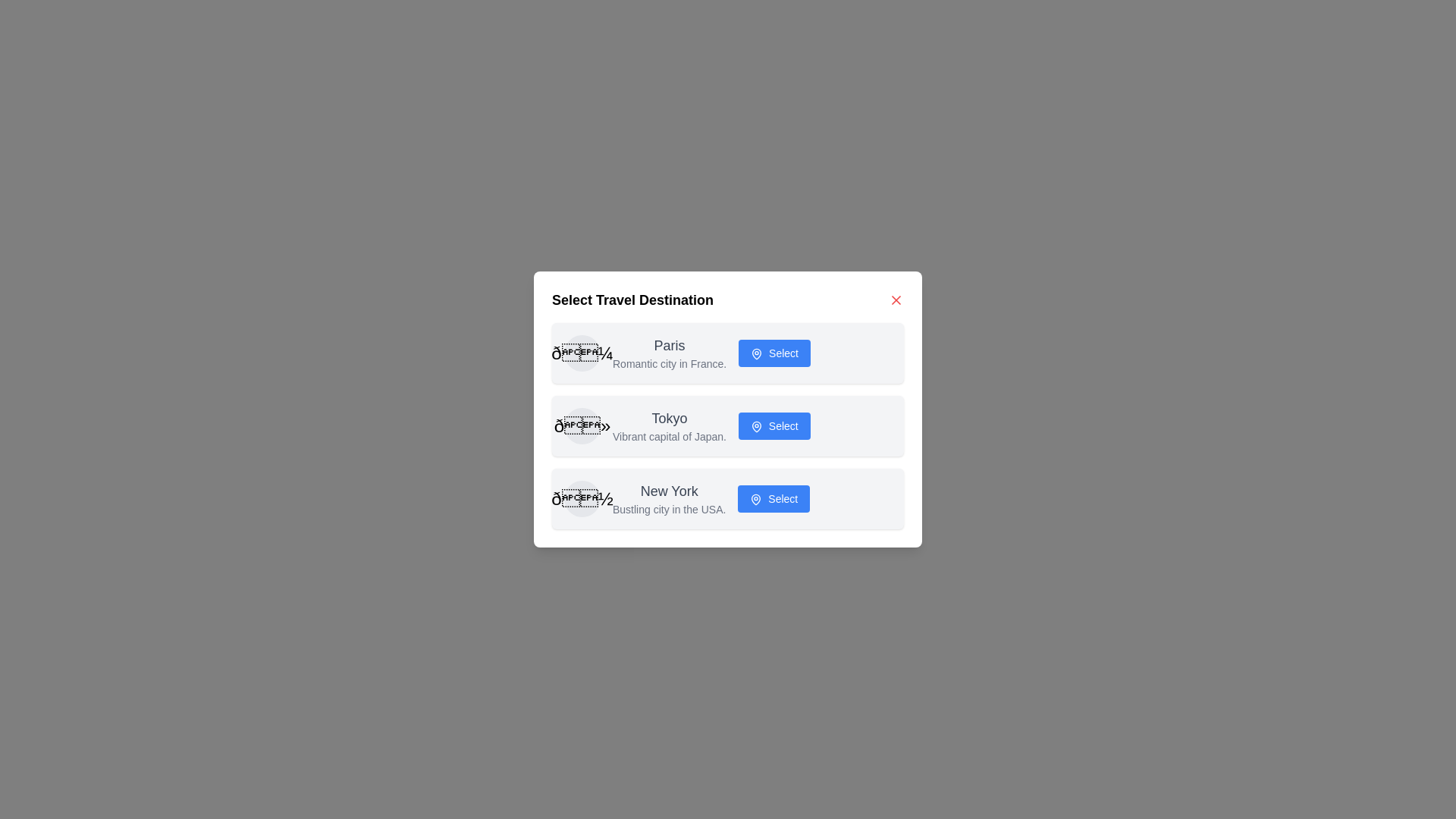 The image size is (1456, 819). I want to click on 'Select' button for the destination Paris, so click(774, 353).